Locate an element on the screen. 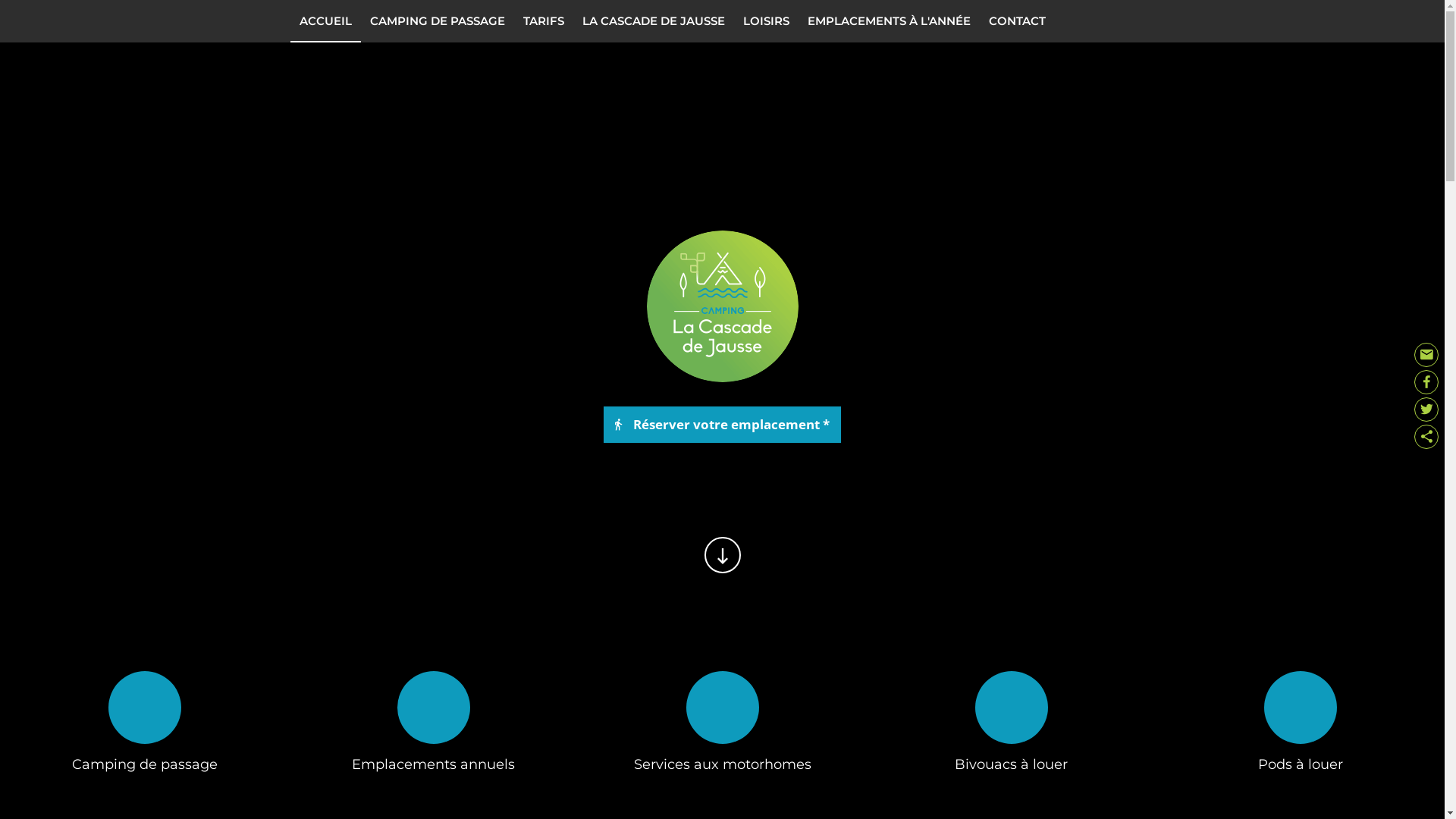 This screenshot has width=1456, height=819. 'LA CASCADE DE JAUSSE' is located at coordinates (654, 20).